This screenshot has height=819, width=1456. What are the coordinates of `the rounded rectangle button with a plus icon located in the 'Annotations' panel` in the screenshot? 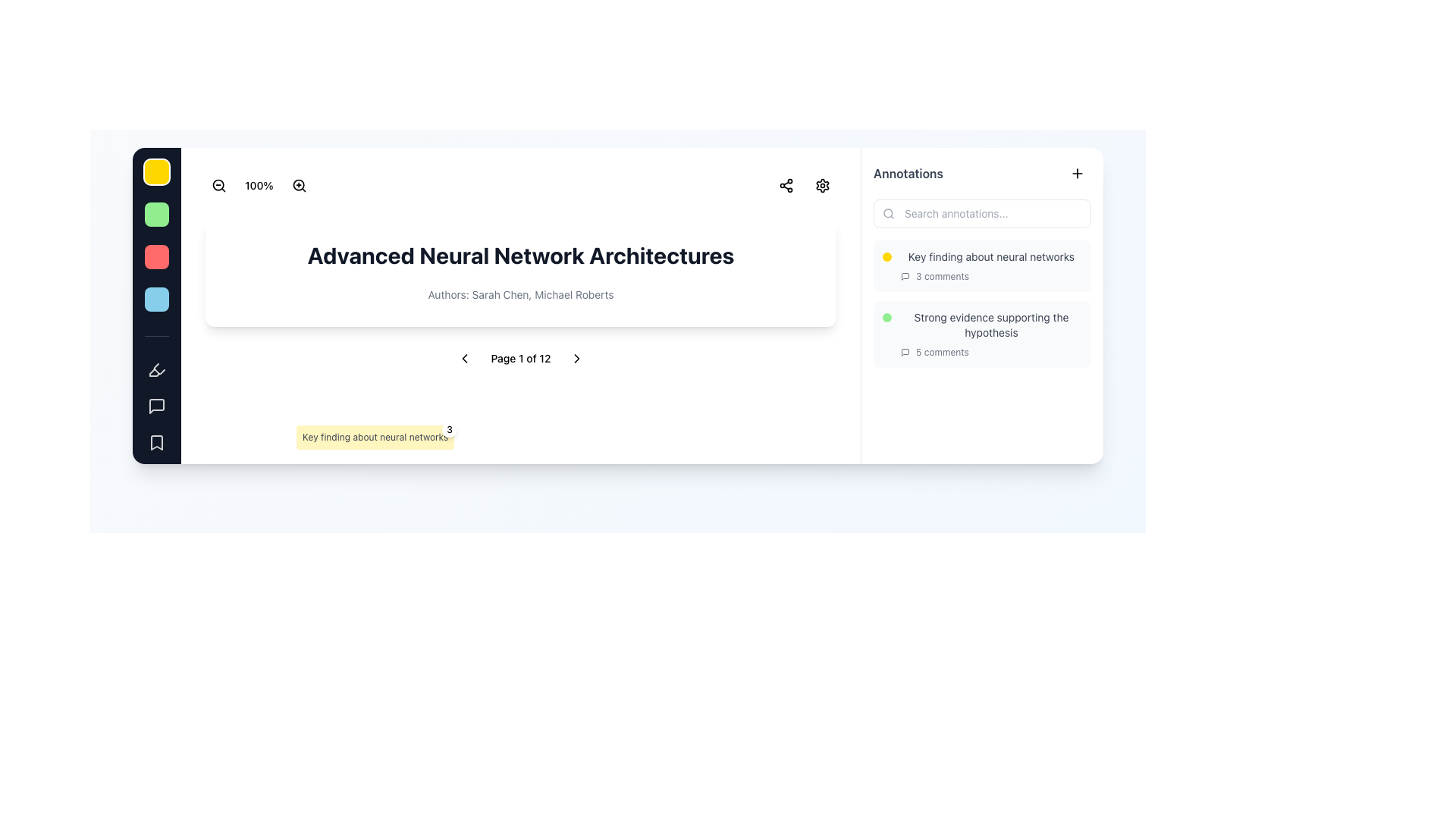 It's located at (1076, 172).